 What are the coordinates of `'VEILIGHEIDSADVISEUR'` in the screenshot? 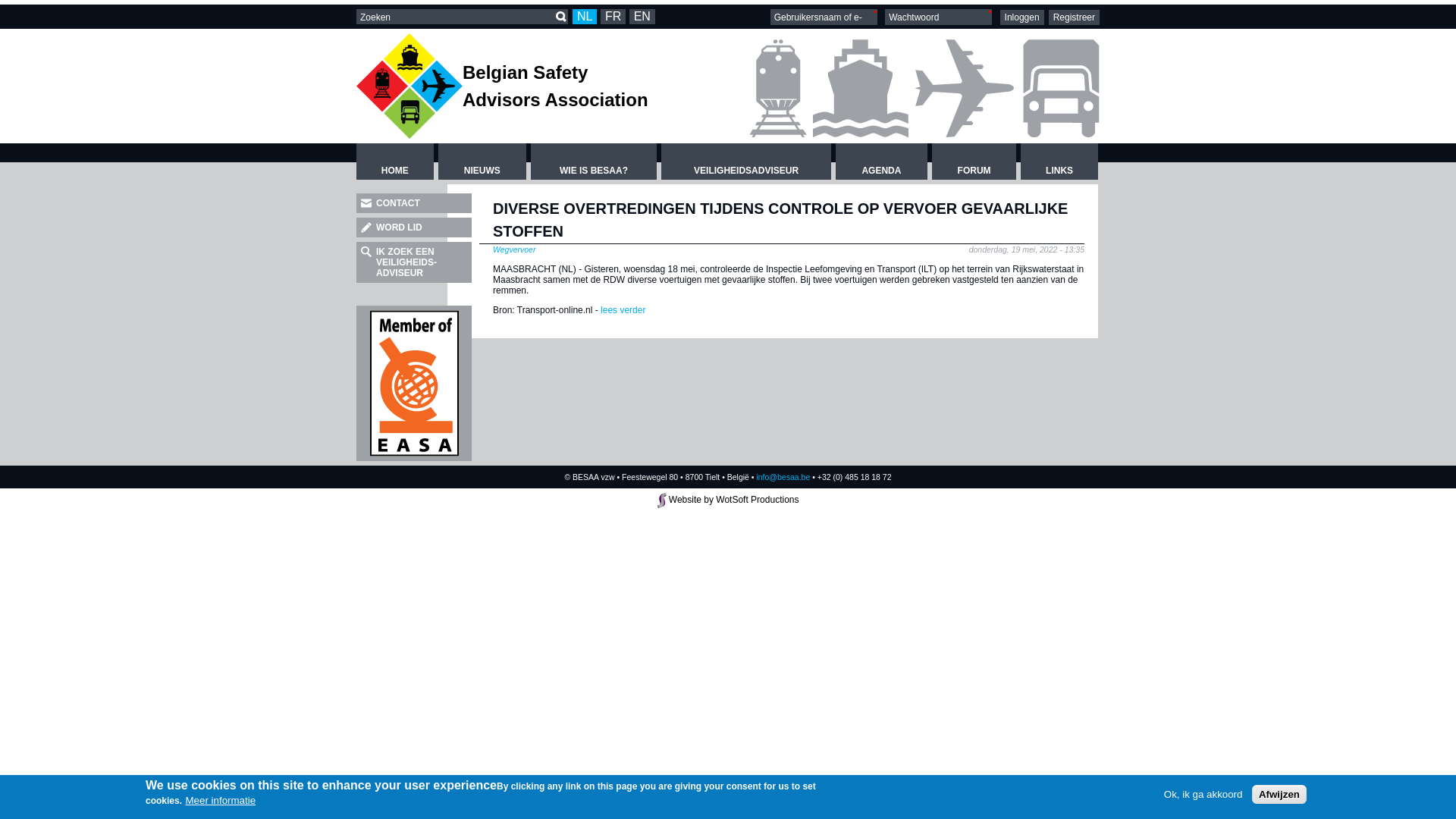 It's located at (745, 161).